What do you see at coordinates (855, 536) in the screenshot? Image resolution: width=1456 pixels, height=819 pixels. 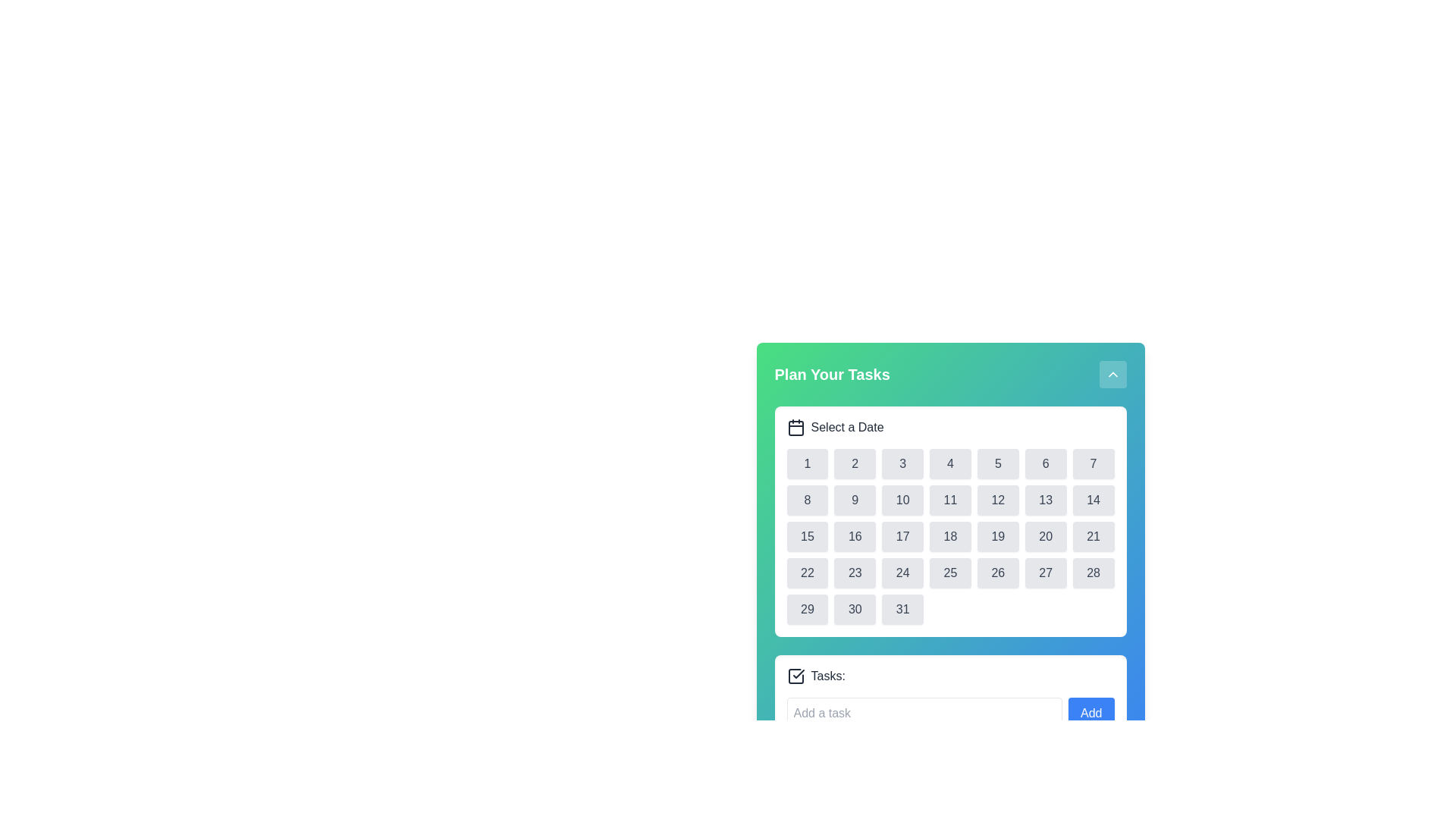 I see `the rounded rectangular button displaying the text '16'` at bounding box center [855, 536].